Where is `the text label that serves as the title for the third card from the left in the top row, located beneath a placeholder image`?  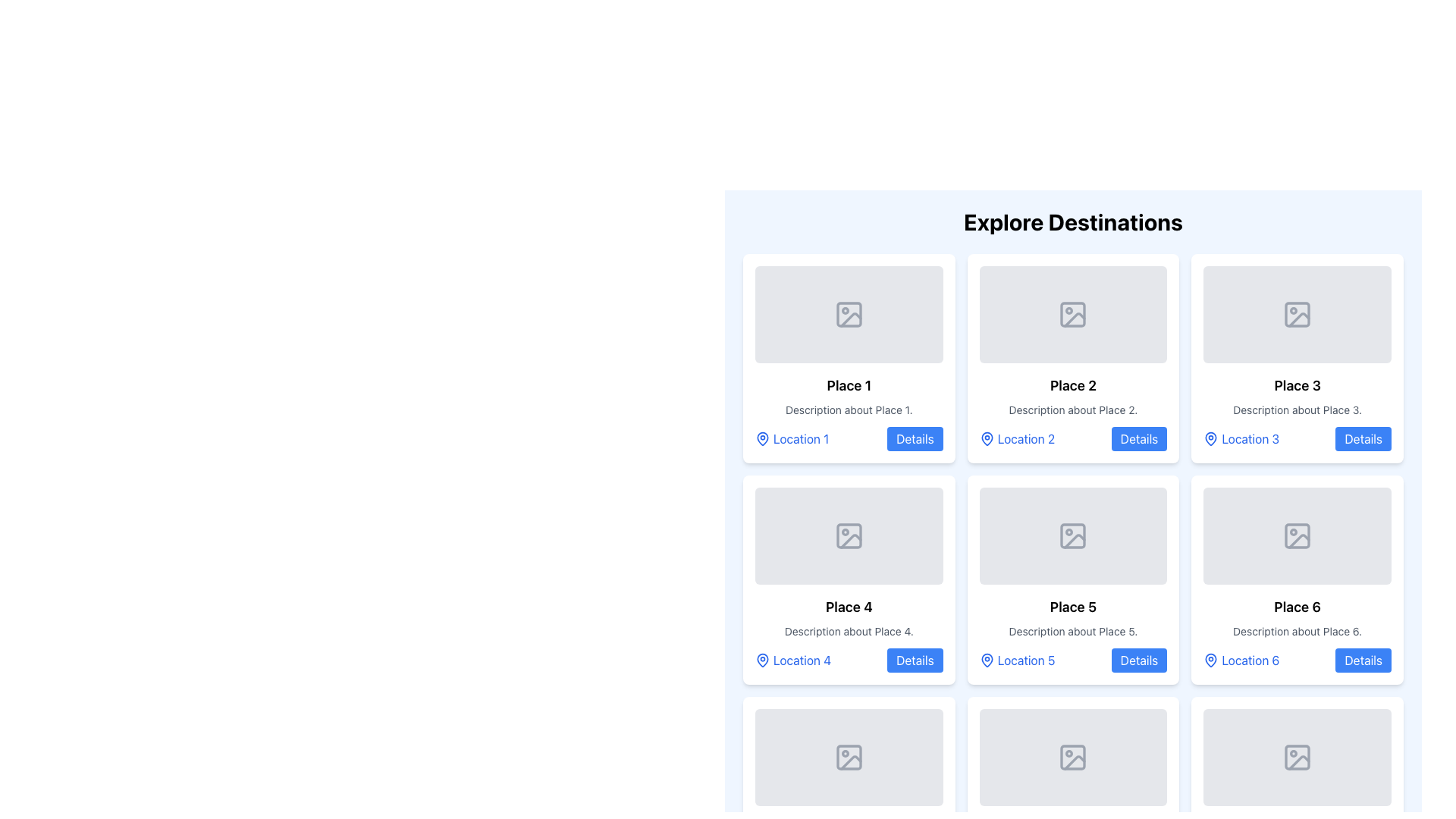 the text label that serves as the title for the third card from the left in the top row, located beneath a placeholder image is located at coordinates (1297, 385).